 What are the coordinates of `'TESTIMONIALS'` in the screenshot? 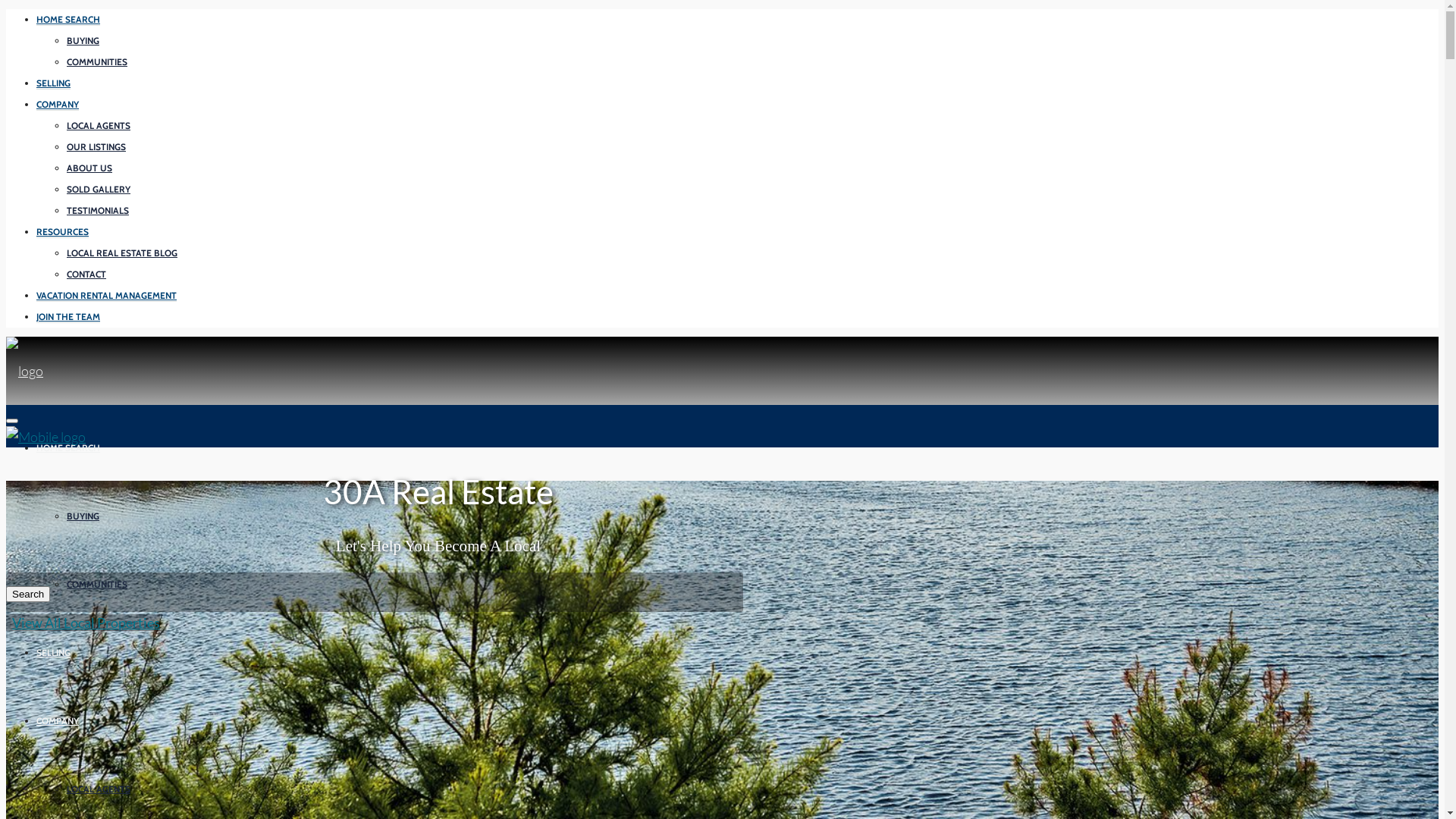 It's located at (97, 210).